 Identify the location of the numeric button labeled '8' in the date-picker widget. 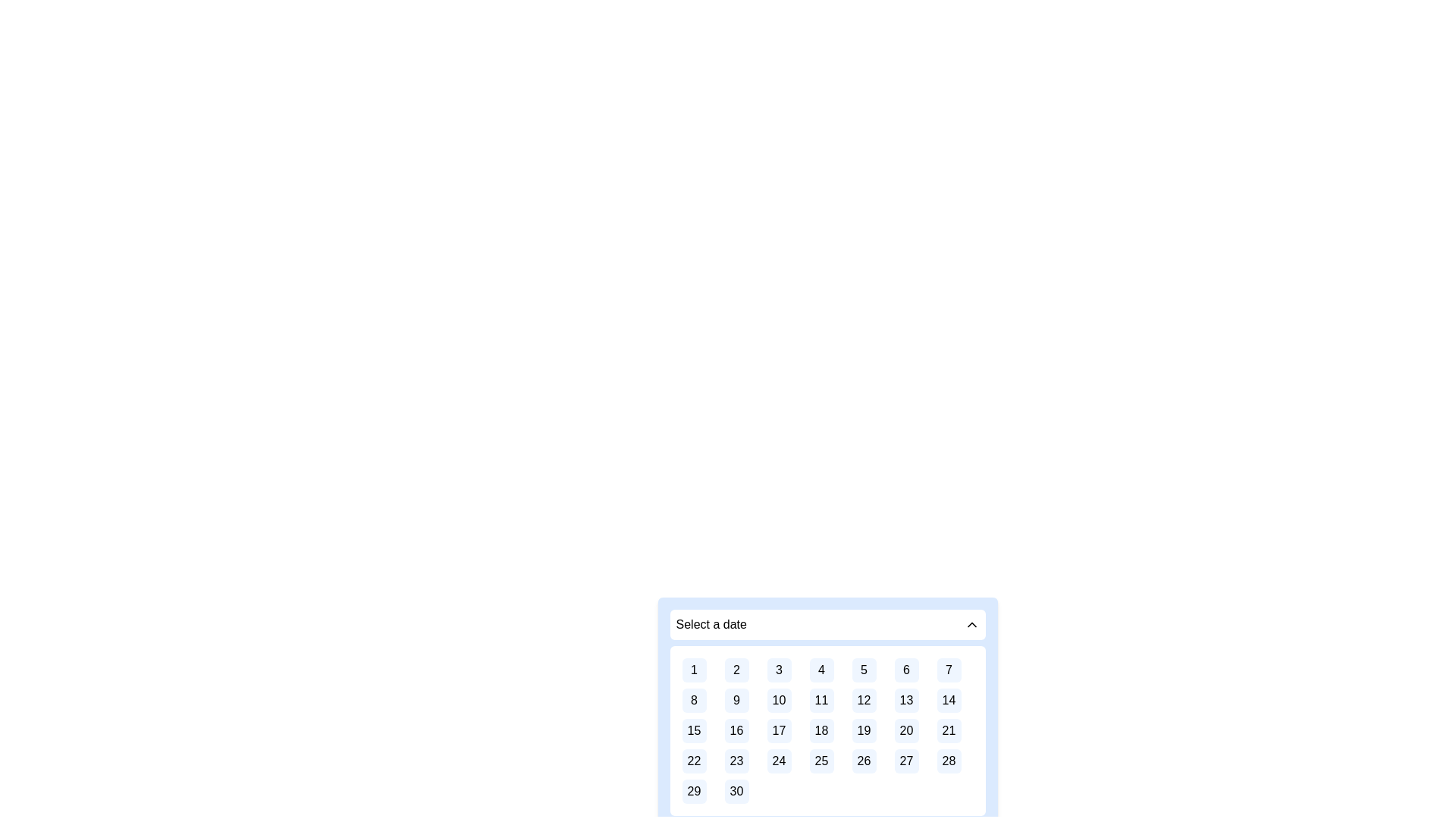
(693, 701).